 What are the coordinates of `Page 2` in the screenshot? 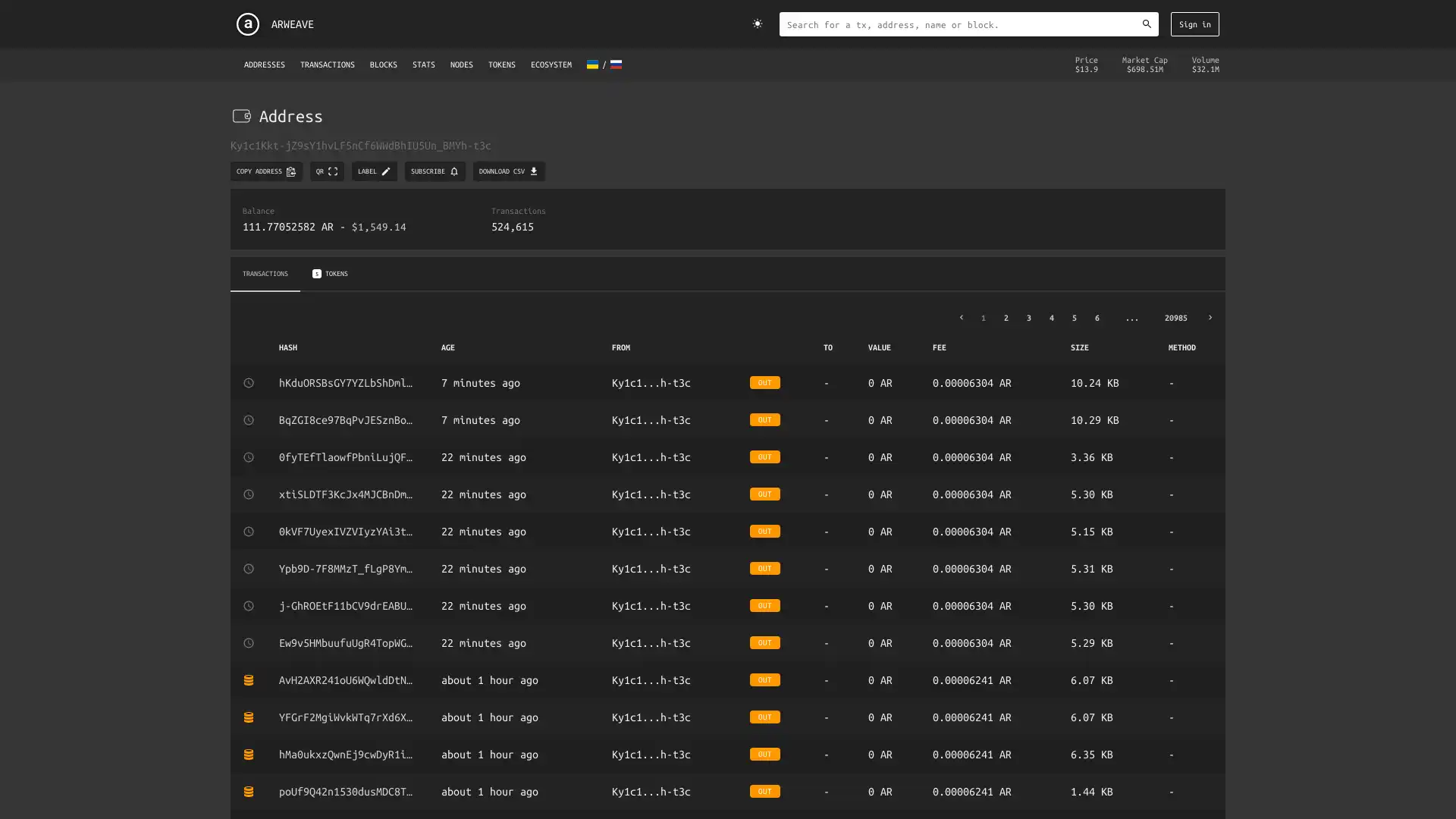 It's located at (1005, 315).